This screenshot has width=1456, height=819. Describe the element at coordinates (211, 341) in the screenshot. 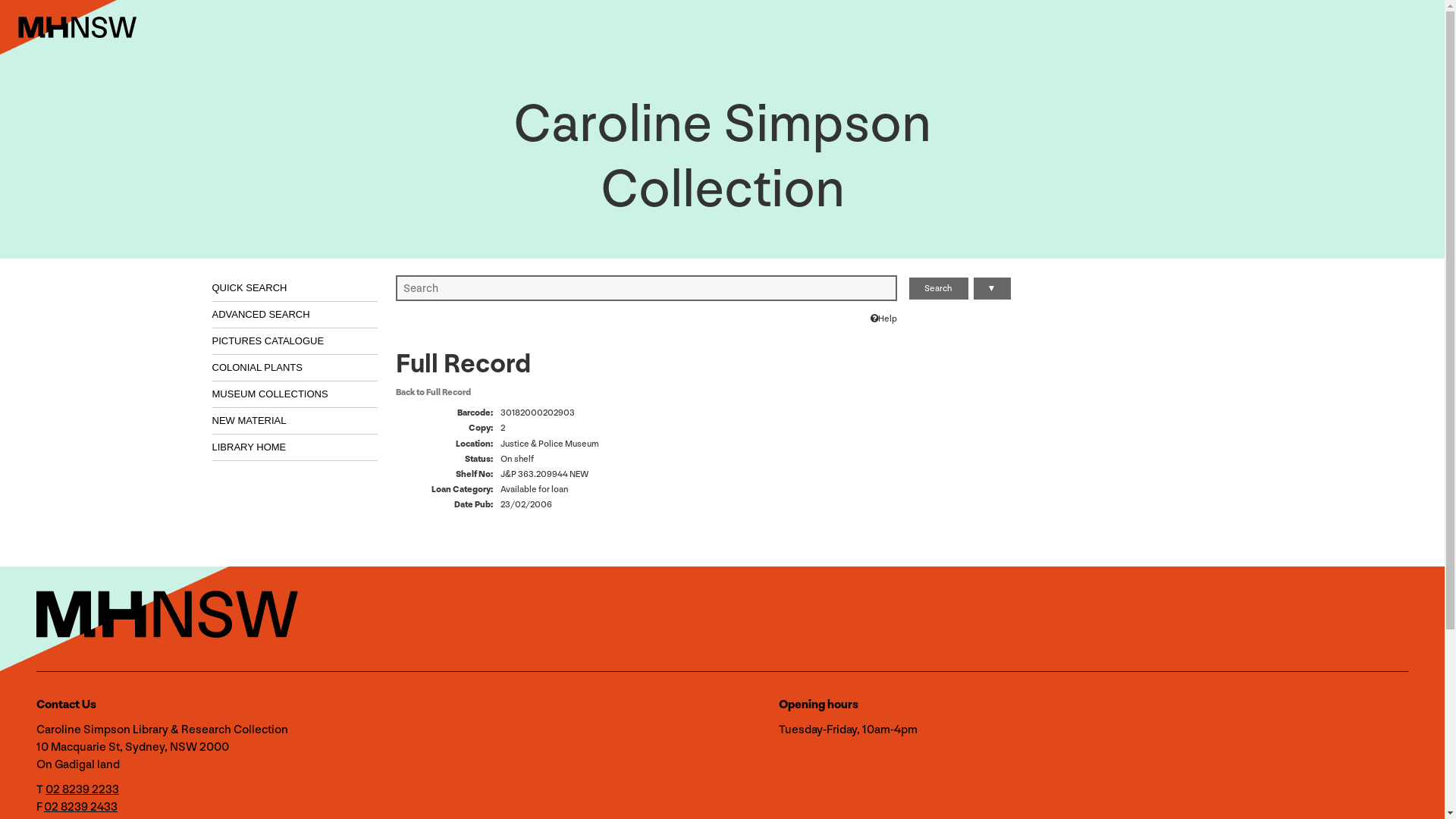

I see `'PICTURES CATALOGUE'` at that location.